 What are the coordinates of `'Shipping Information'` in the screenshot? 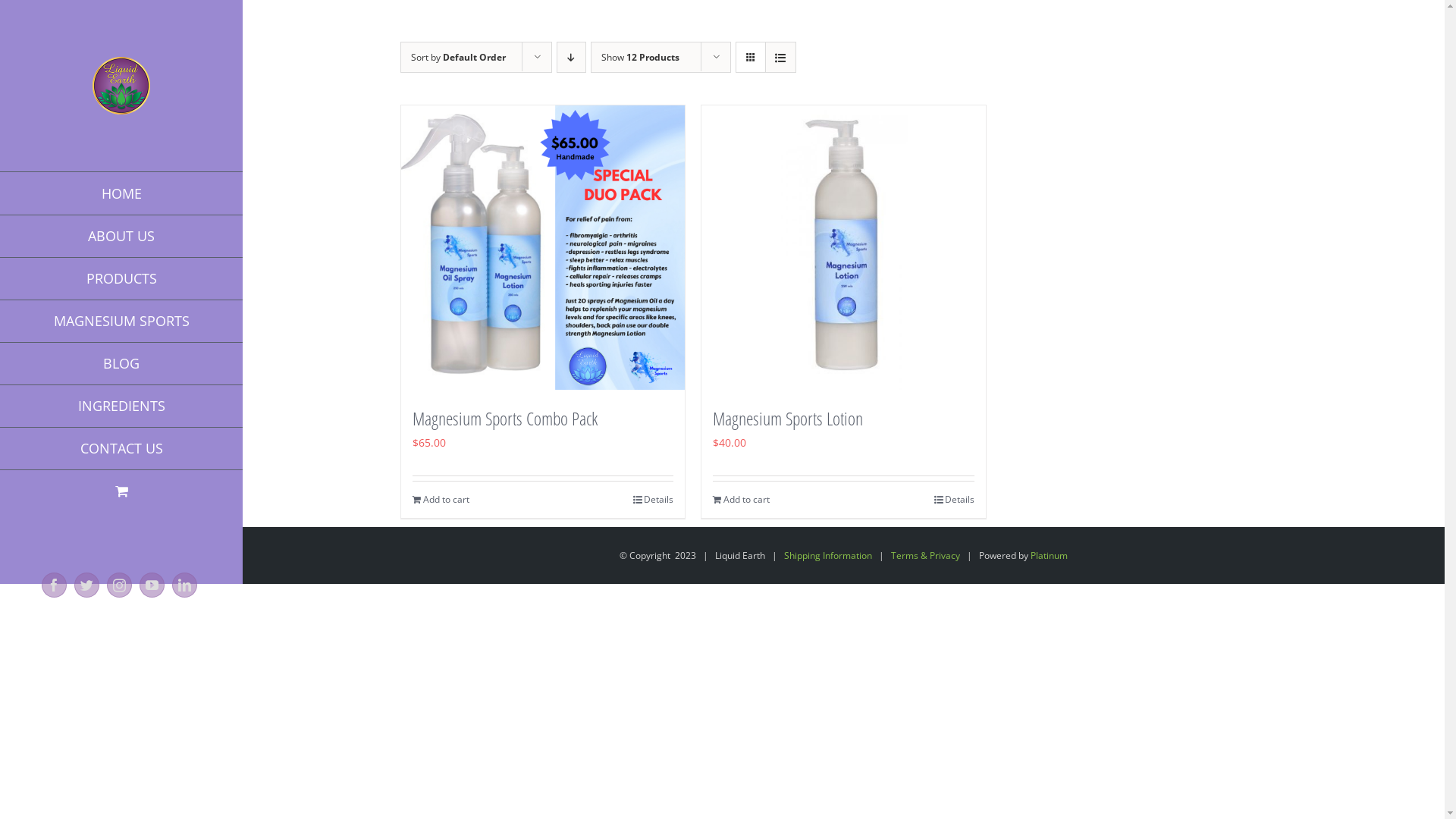 It's located at (827, 555).